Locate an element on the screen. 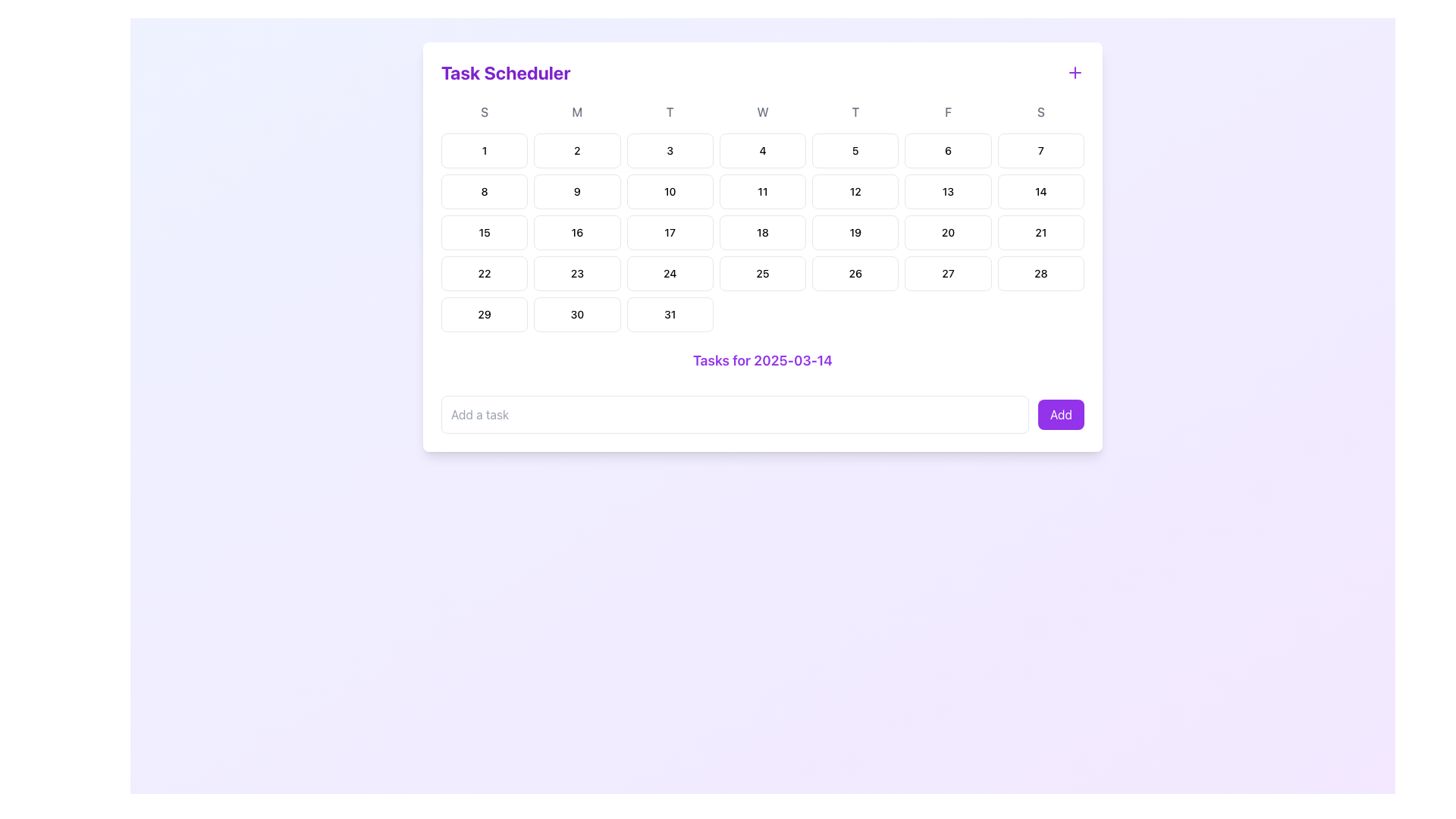  the interactive button displaying the number '23' in the fourth column of the fourth row of the calendar interface is located at coordinates (576, 274).